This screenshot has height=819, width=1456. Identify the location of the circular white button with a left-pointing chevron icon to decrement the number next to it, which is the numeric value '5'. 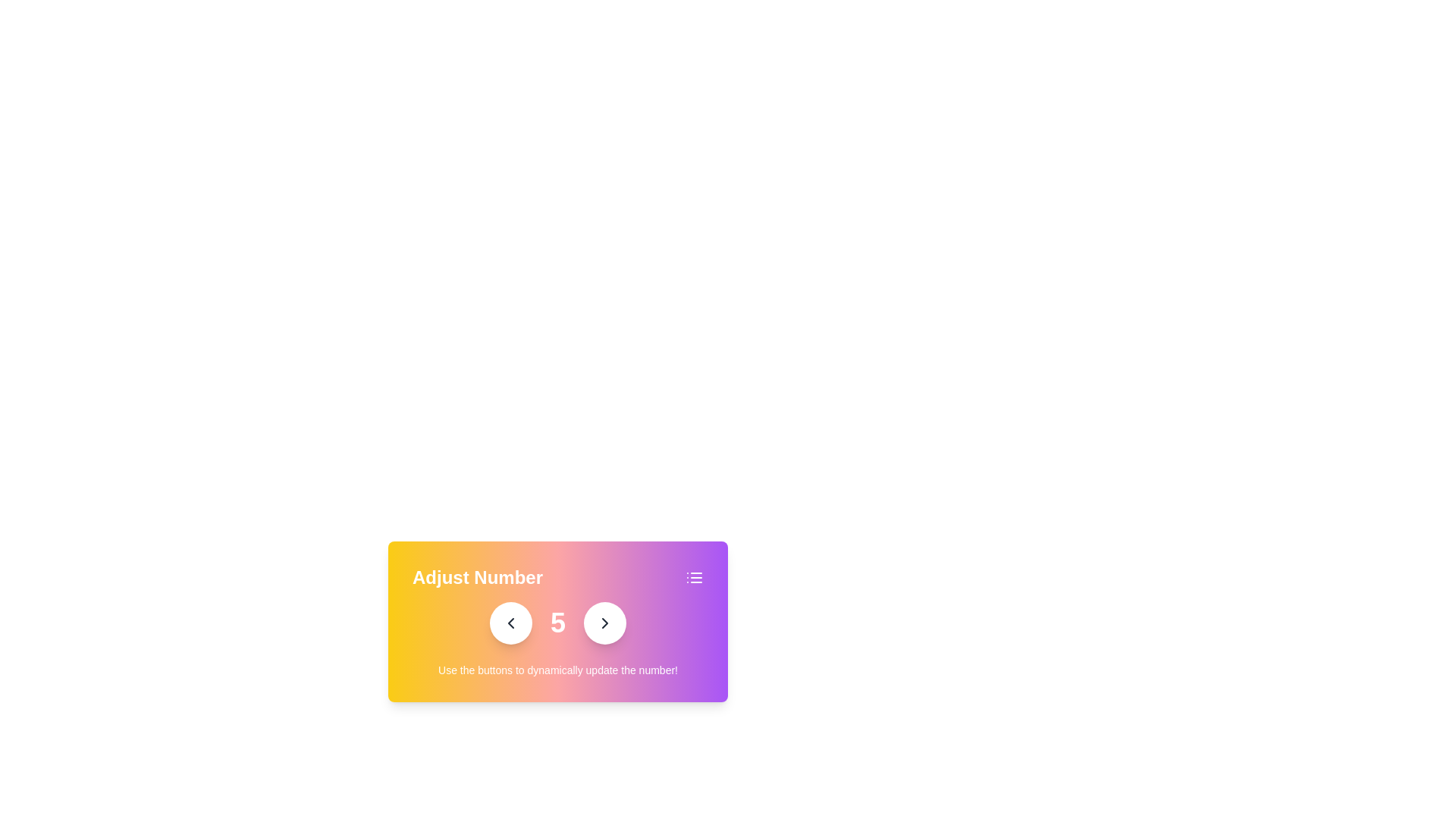
(510, 623).